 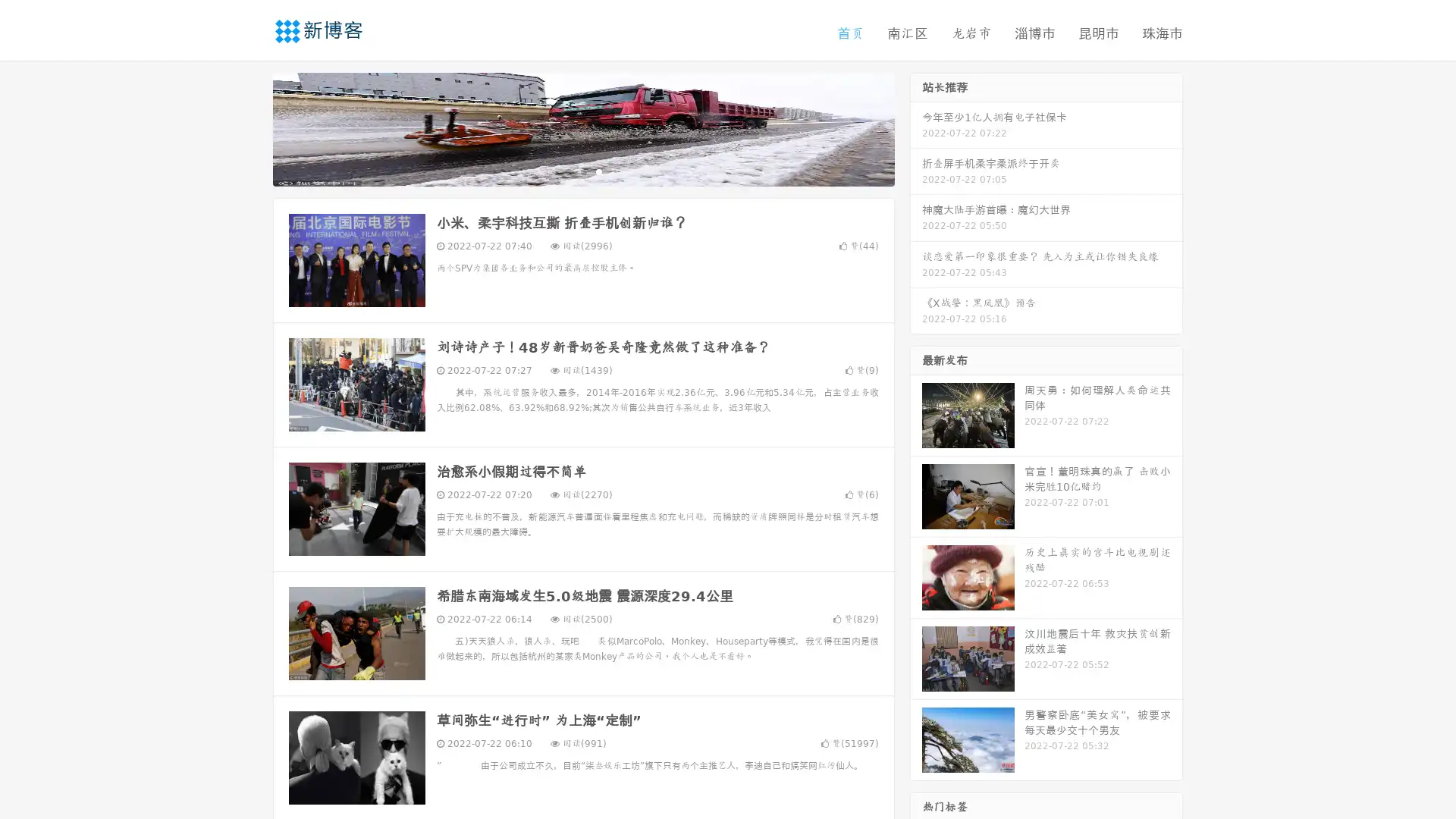 I want to click on Next slide, so click(x=916, y=127).